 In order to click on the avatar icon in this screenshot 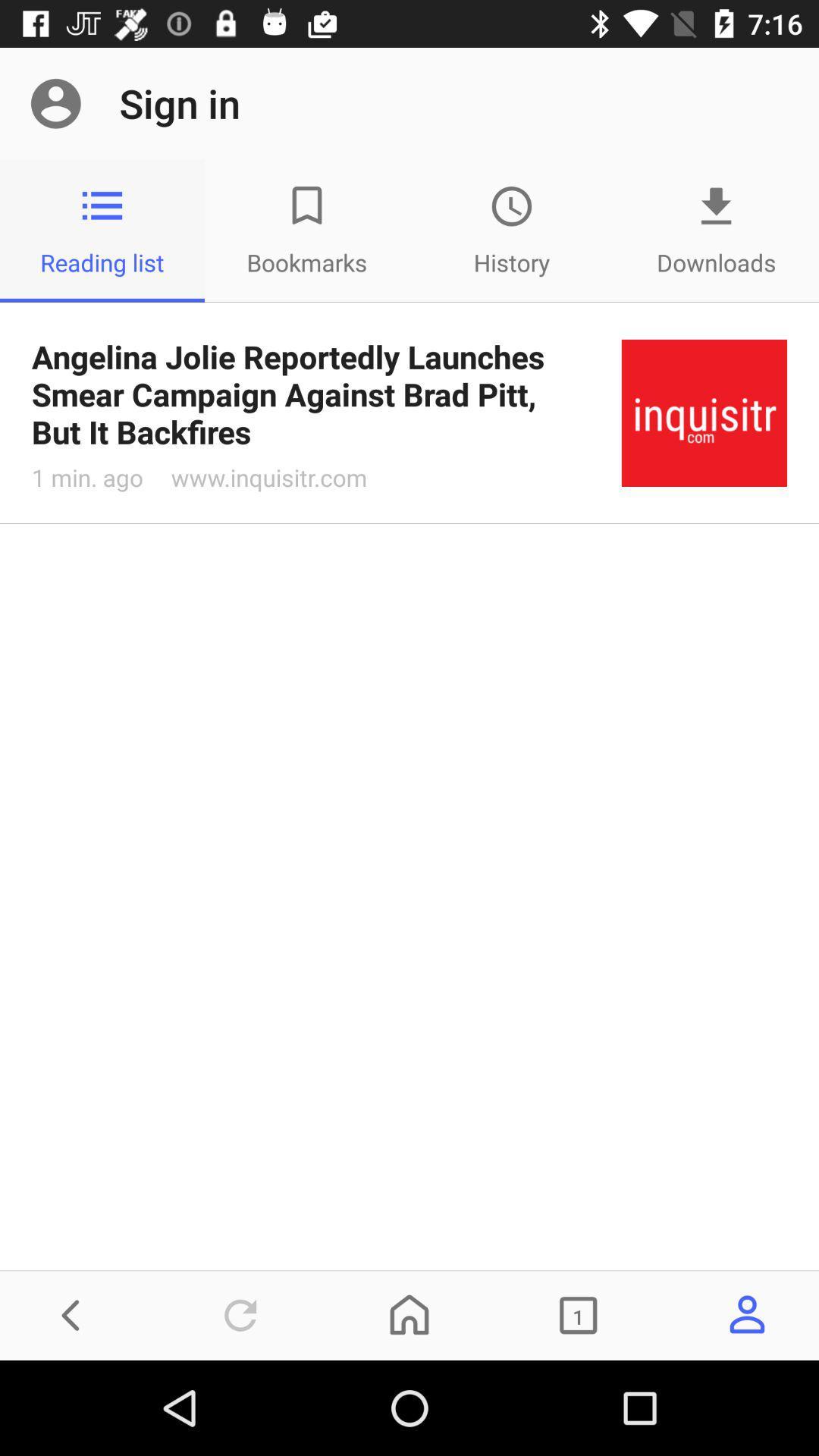, I will do `click(746, 1314)`.